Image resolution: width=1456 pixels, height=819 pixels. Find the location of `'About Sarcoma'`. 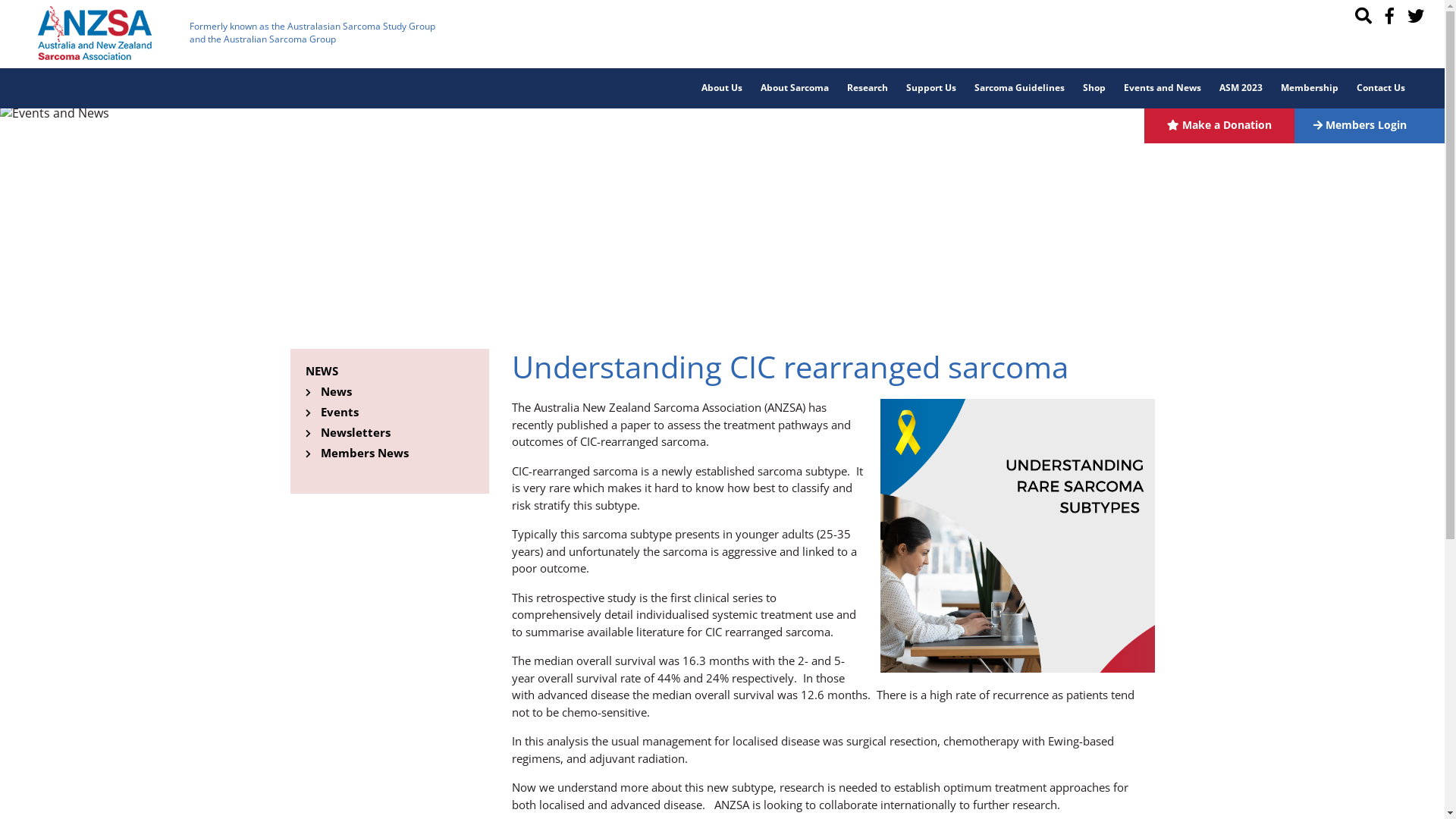

'About Sarcoma' is located at coordinates (793, 88).